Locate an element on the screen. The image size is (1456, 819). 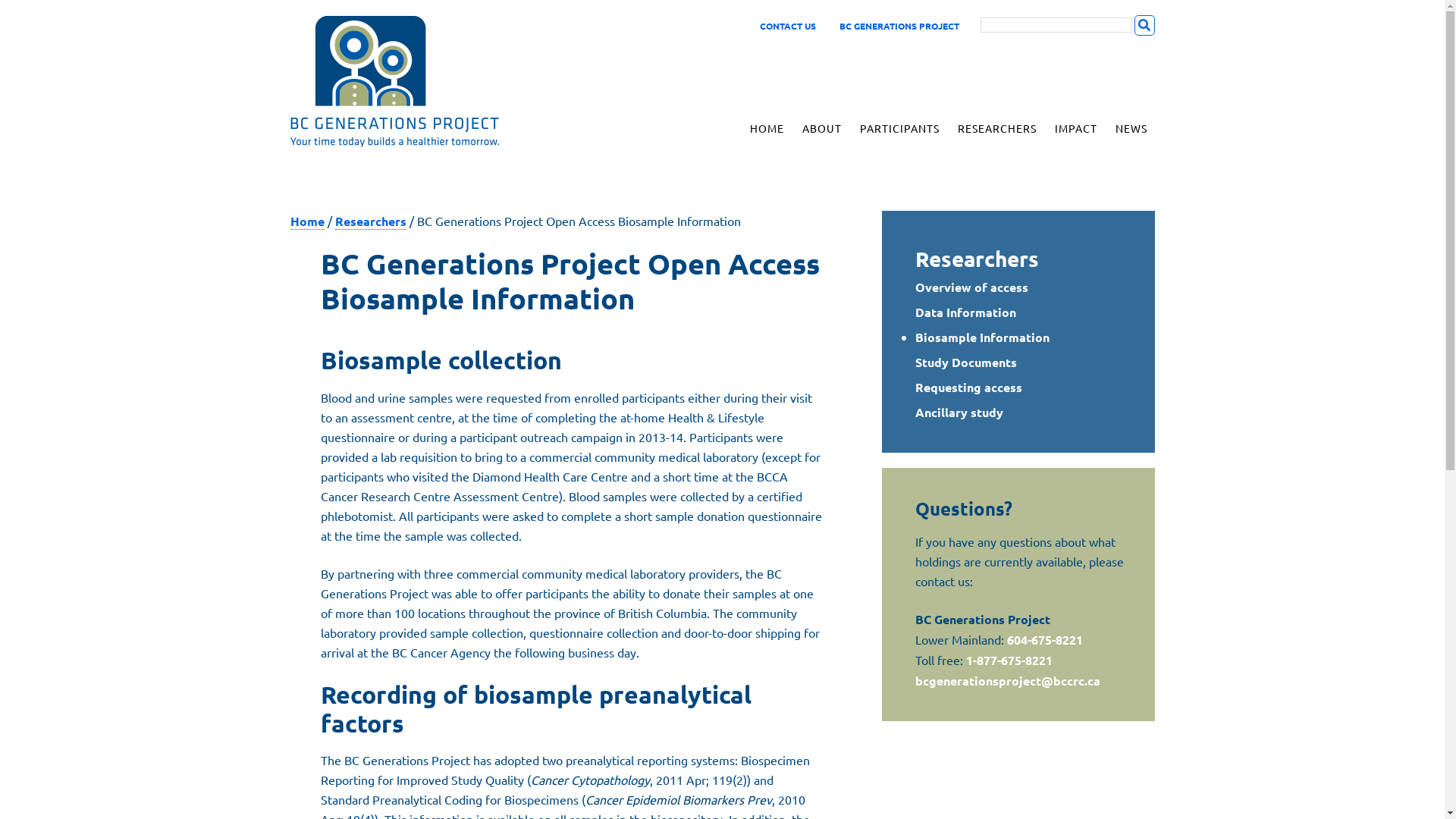
'1-877-675-8221' is located at coordinates (1009, 659).